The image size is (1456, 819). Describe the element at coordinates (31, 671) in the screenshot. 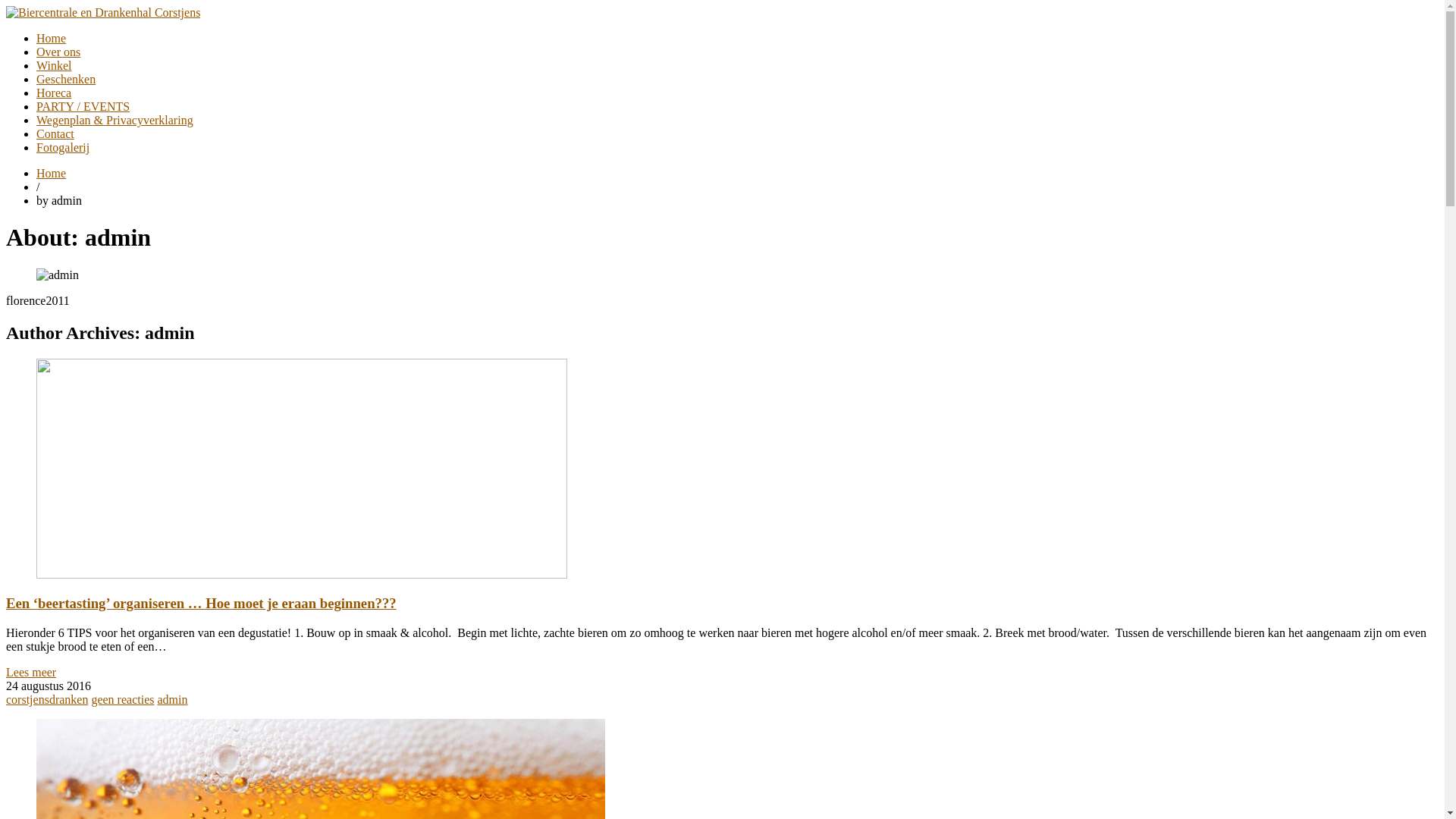

I see `'Lees meer'` at that location.